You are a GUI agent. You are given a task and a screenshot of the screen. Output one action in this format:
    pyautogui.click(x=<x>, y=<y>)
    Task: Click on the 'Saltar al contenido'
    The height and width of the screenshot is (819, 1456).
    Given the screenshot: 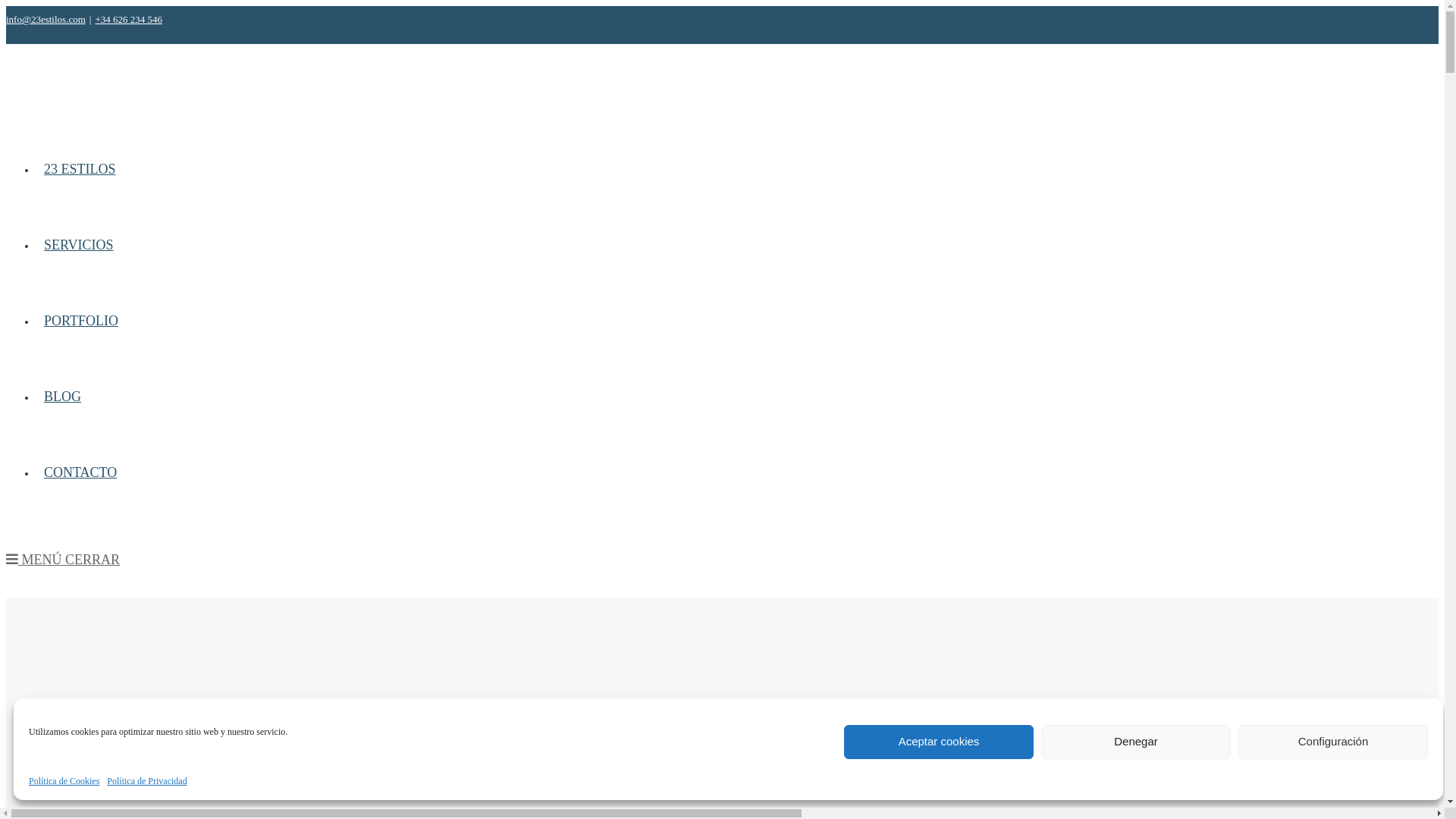 What is the action you would take?
    pyautogui.click(x=5, y=5)
    